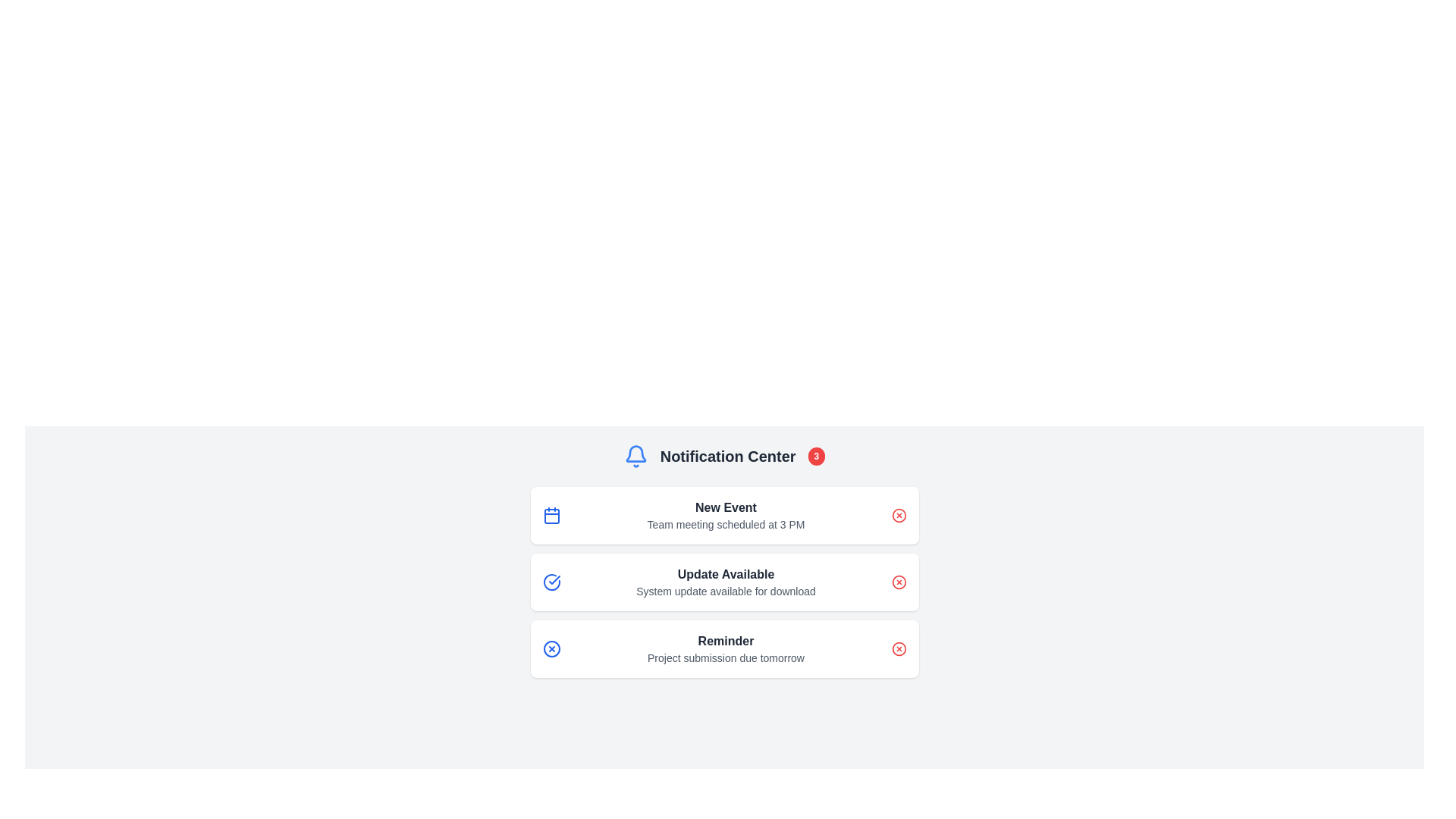 This screenshot has height=819, width=1456. I want to click on the Notification card titled 'Update Available' with a subtitle 'System update available for download', positioned in the Notification Center, so click(723, 581).